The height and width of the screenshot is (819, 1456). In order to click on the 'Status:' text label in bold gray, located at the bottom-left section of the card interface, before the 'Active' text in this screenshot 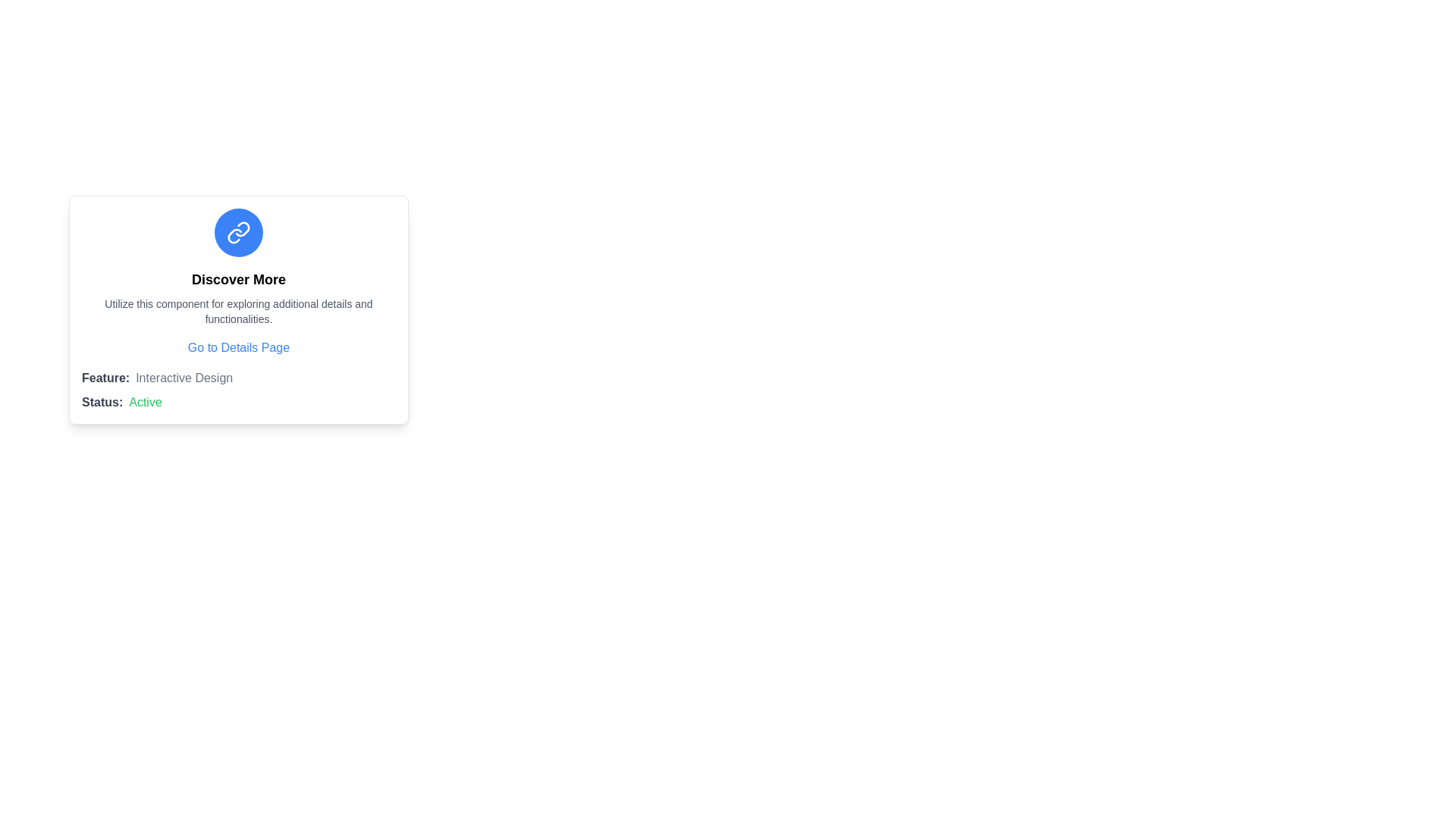, I will do `click(102, 402)`.